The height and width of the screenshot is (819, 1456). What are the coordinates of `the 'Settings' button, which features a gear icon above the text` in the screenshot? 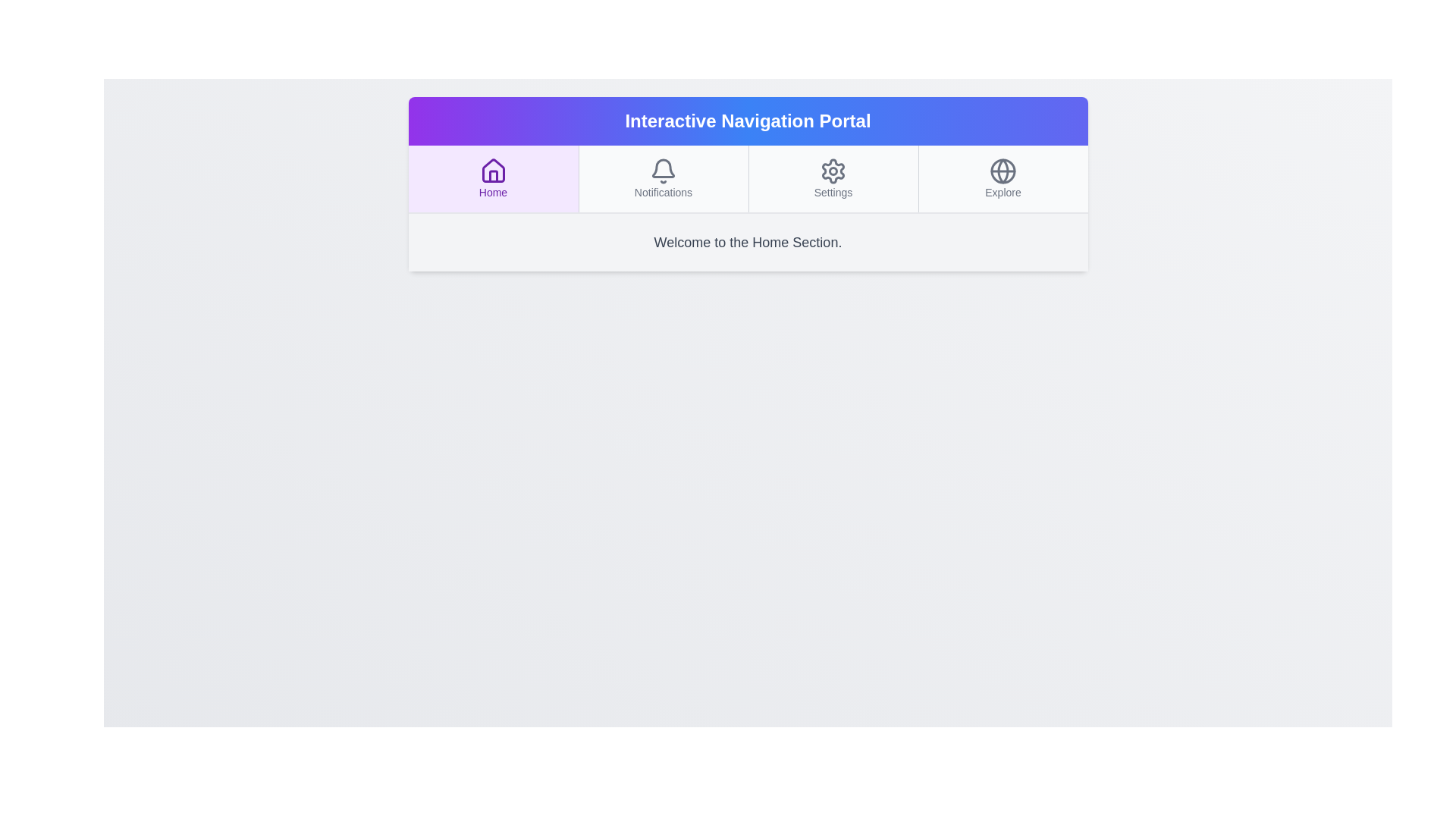 It's located at (832, 177).